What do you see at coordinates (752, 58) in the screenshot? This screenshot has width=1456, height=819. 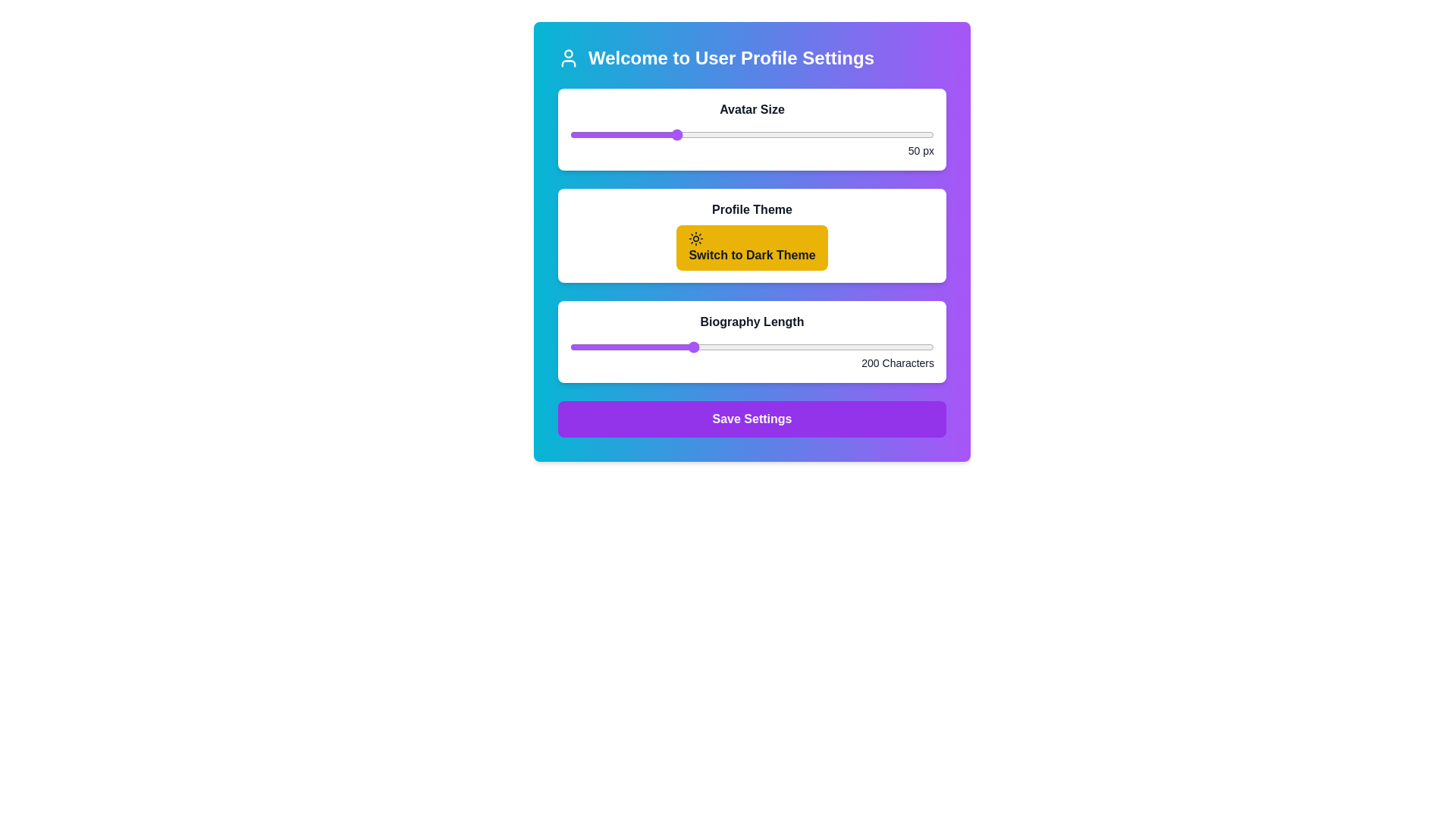 I see `the 'Welcome to User Profile Settings' heading with user icon, which is styled in large, bold font and located at the top of the card, centered within a vibrant gradient background` at bounding box center [752, 58].